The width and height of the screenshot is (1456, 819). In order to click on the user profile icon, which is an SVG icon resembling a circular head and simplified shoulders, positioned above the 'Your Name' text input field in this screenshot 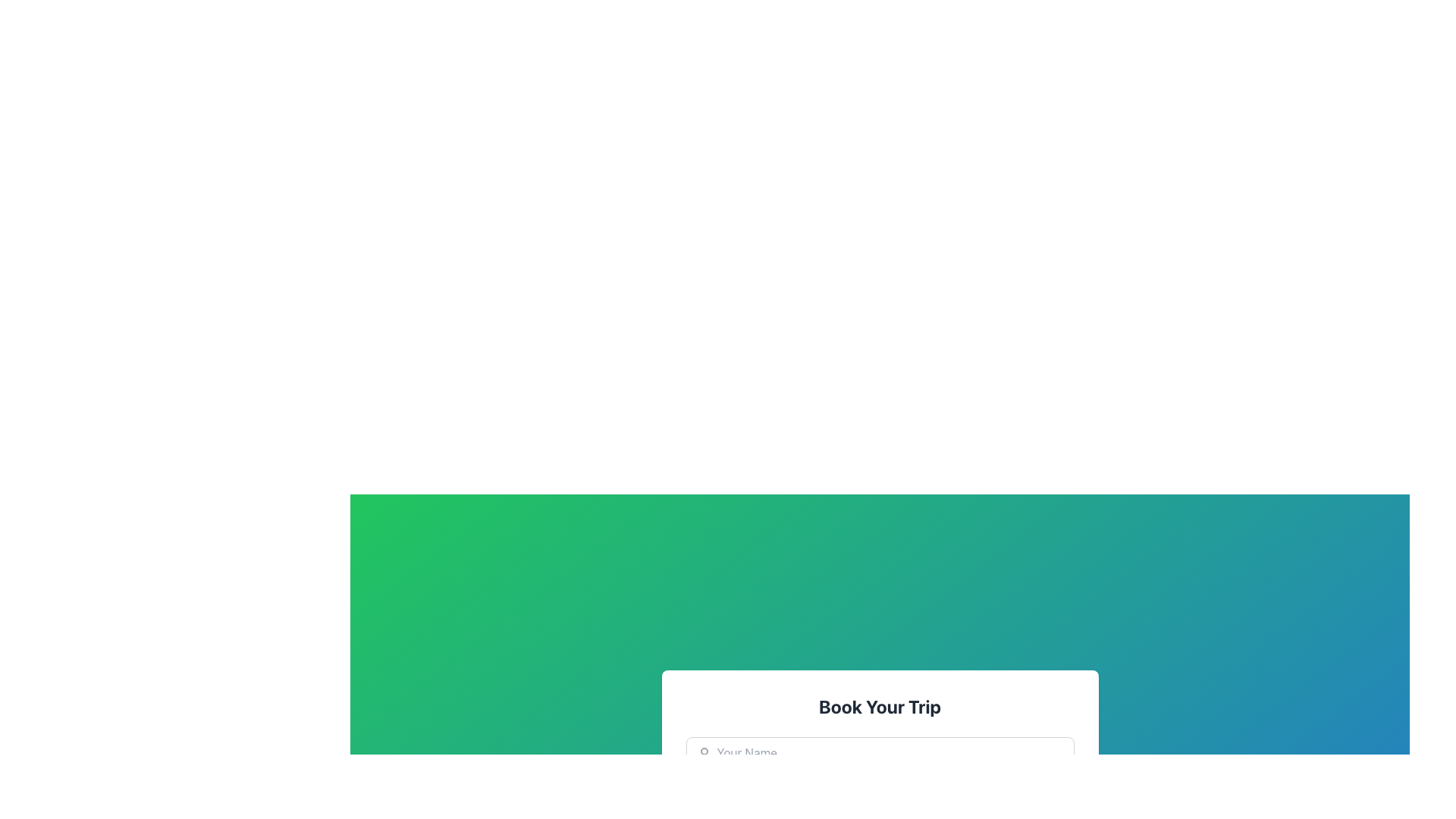, I will do `click(703, 755)`.